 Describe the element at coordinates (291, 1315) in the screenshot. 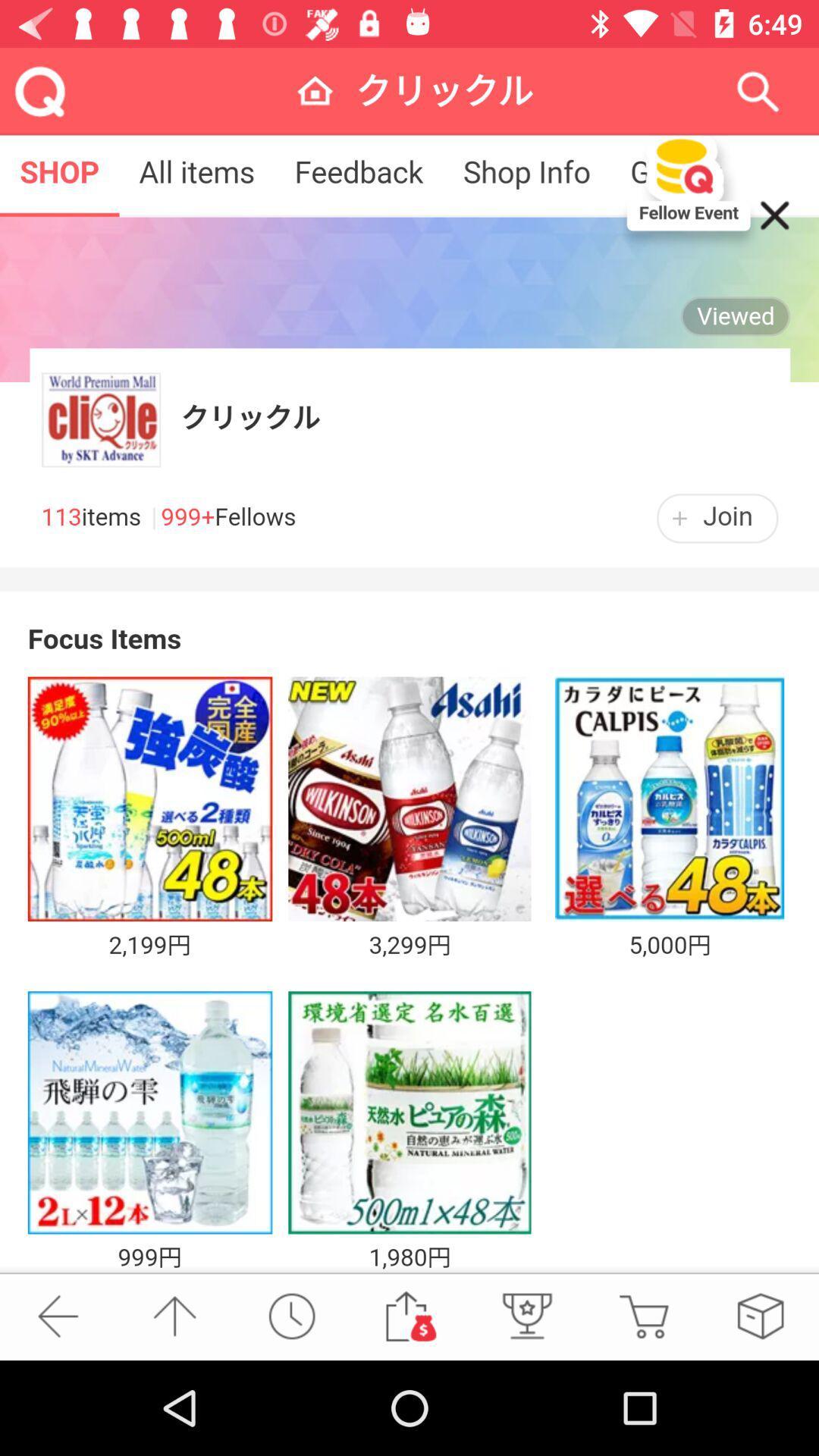

I see `the time icon` at that location.